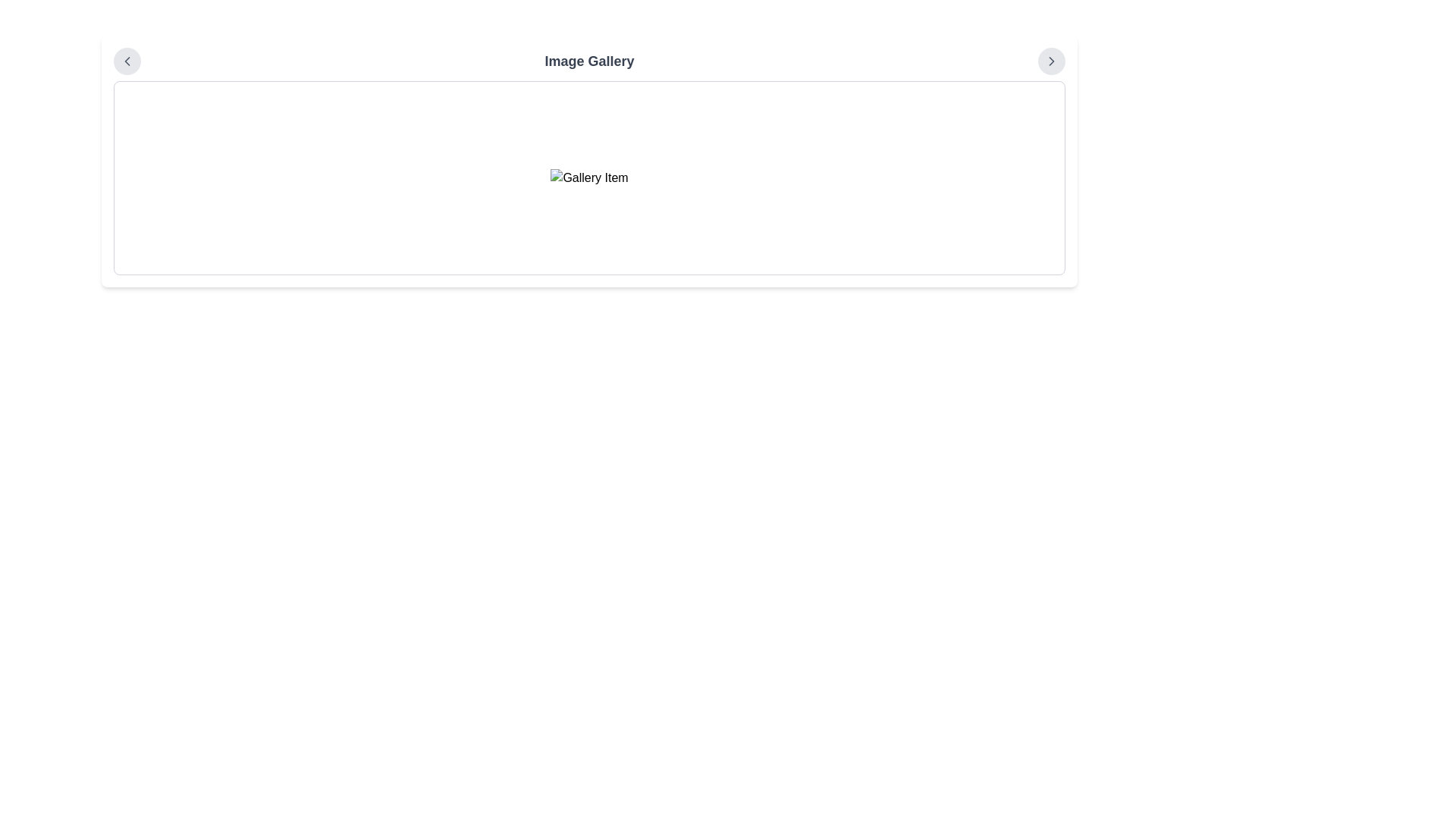 Image resolution: width=1456 pixels, height=819 pixels. Describe the element at coordinates (1051, 61) in the screenshot. I see `the navigation icon (chevron or arrow) located in the upper-right corner of the panel next to the title 'Image Gallery'` at that location.